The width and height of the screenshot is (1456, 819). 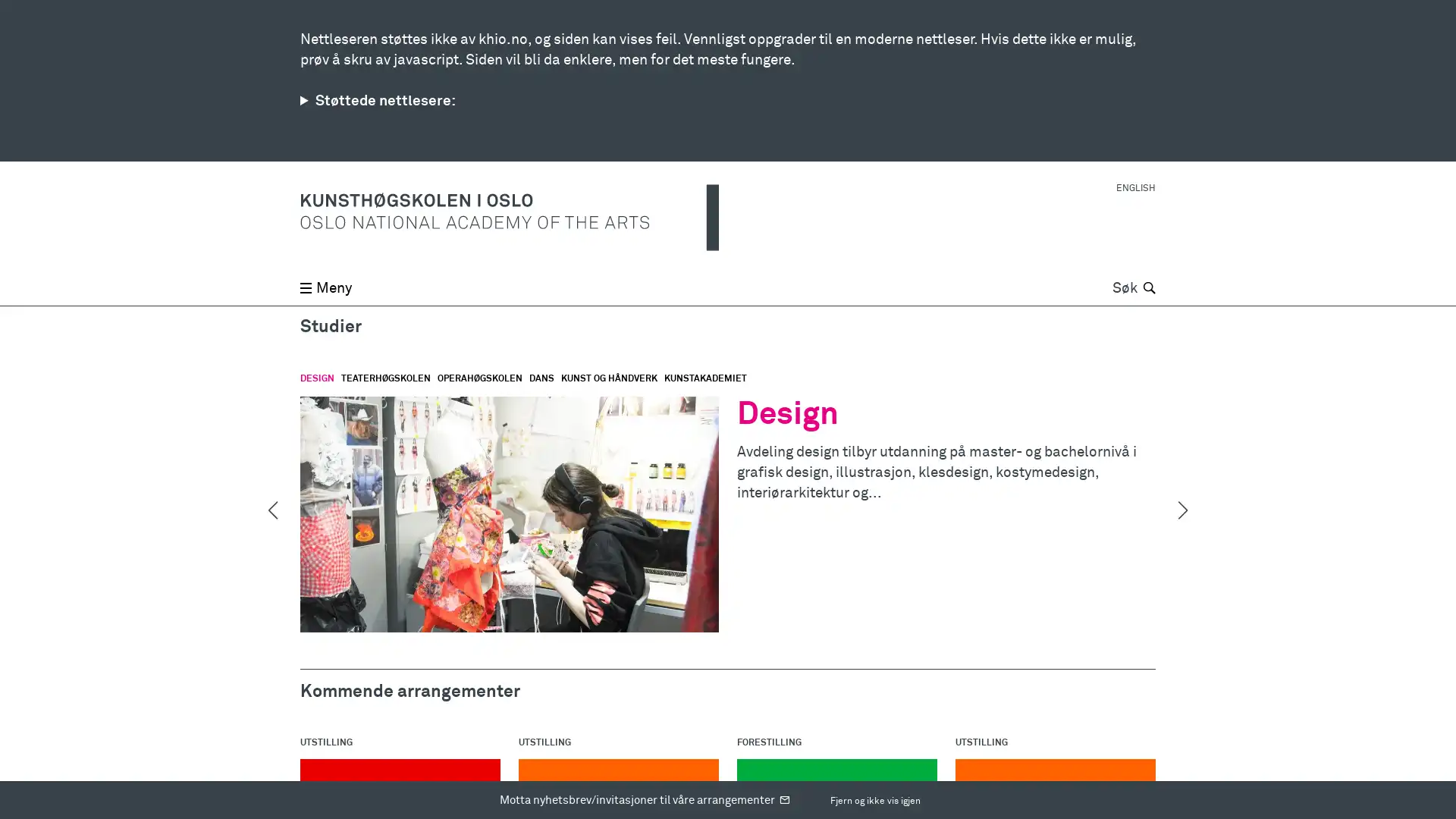 I want to click on DANS, so click(x=541, y=379).